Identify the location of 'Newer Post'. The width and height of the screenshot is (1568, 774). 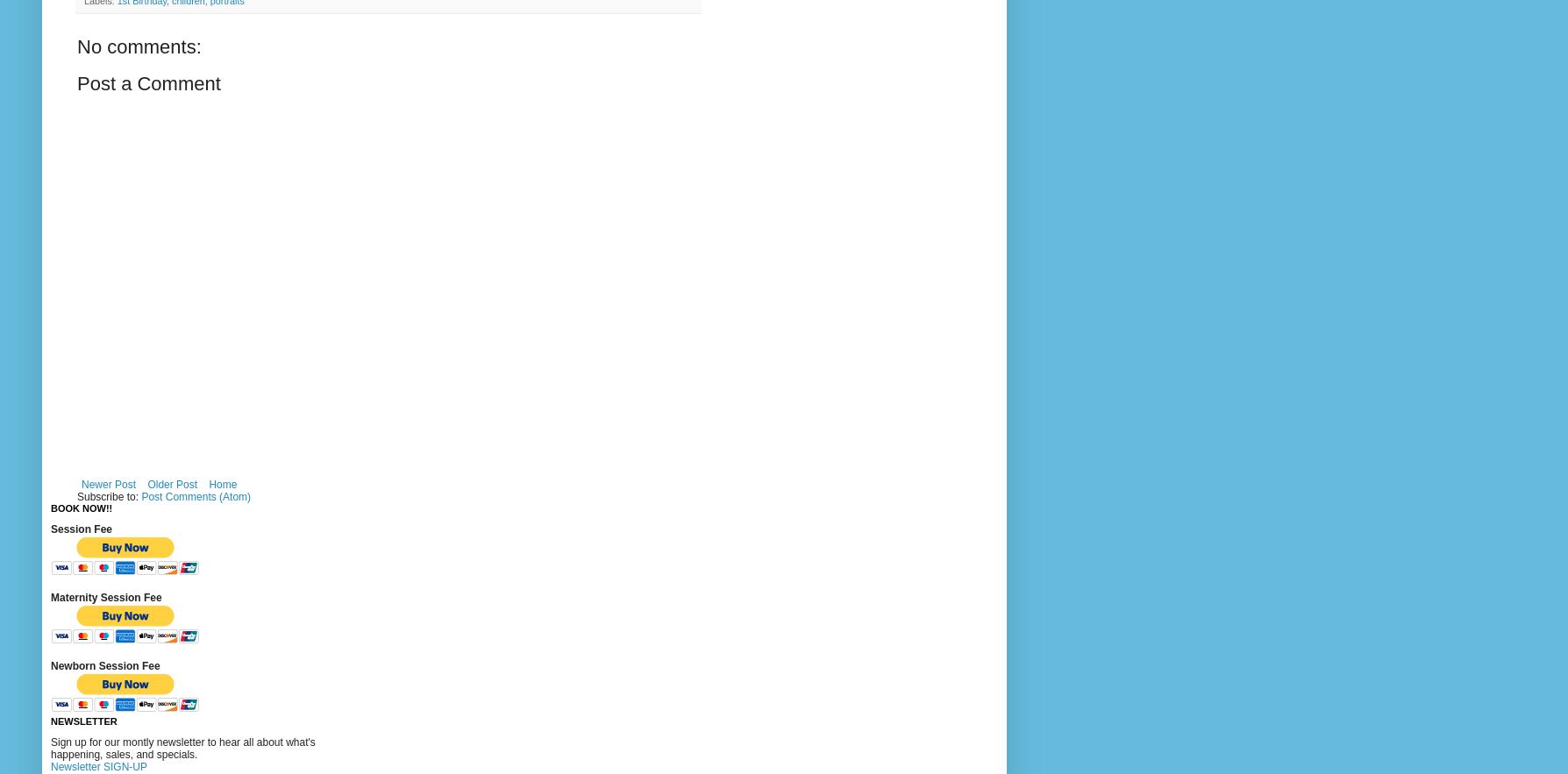
(81, 485).